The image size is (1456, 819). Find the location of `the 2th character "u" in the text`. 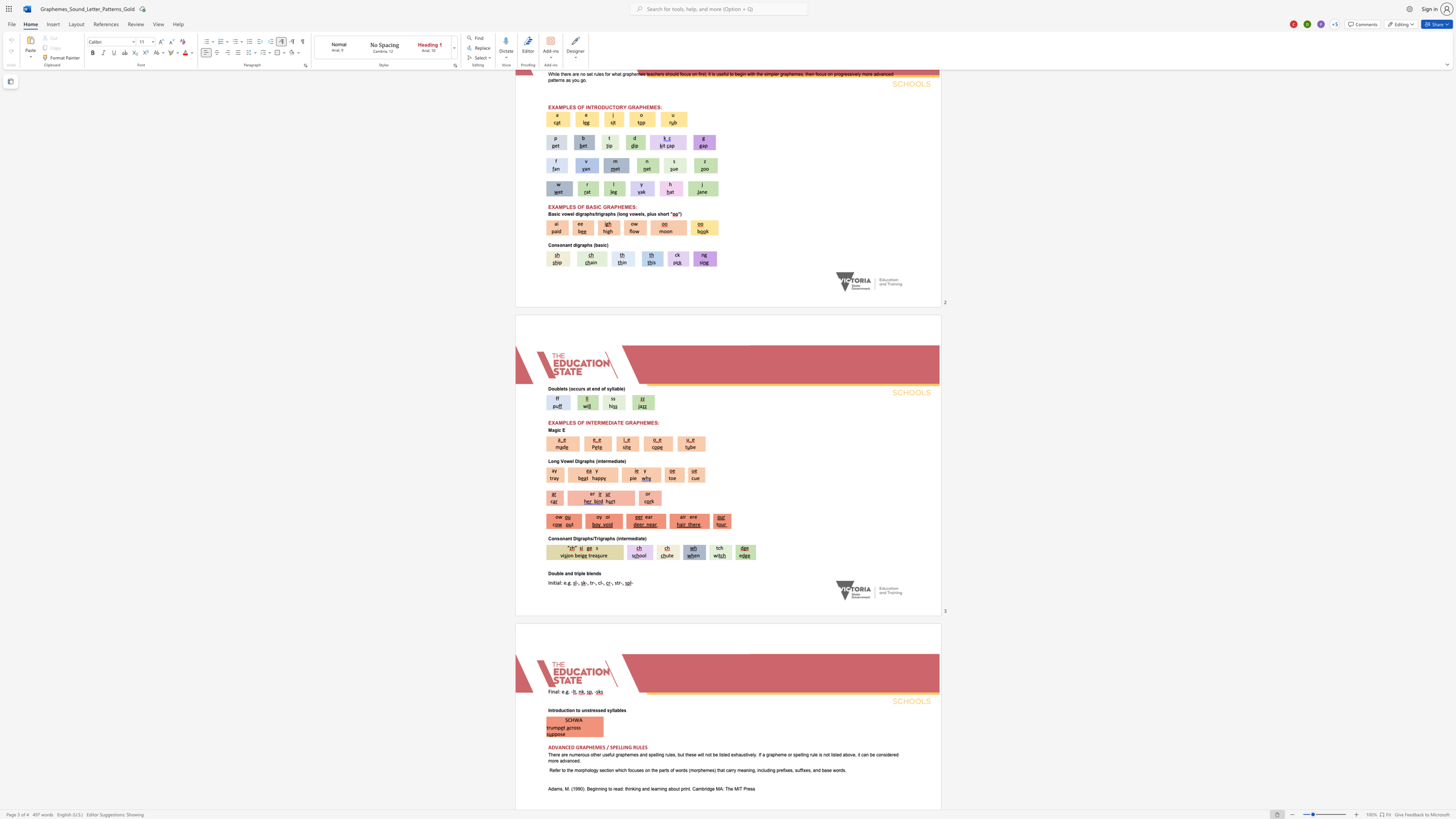

the 2th character "u" in the text is located at coordinates (582, 710).